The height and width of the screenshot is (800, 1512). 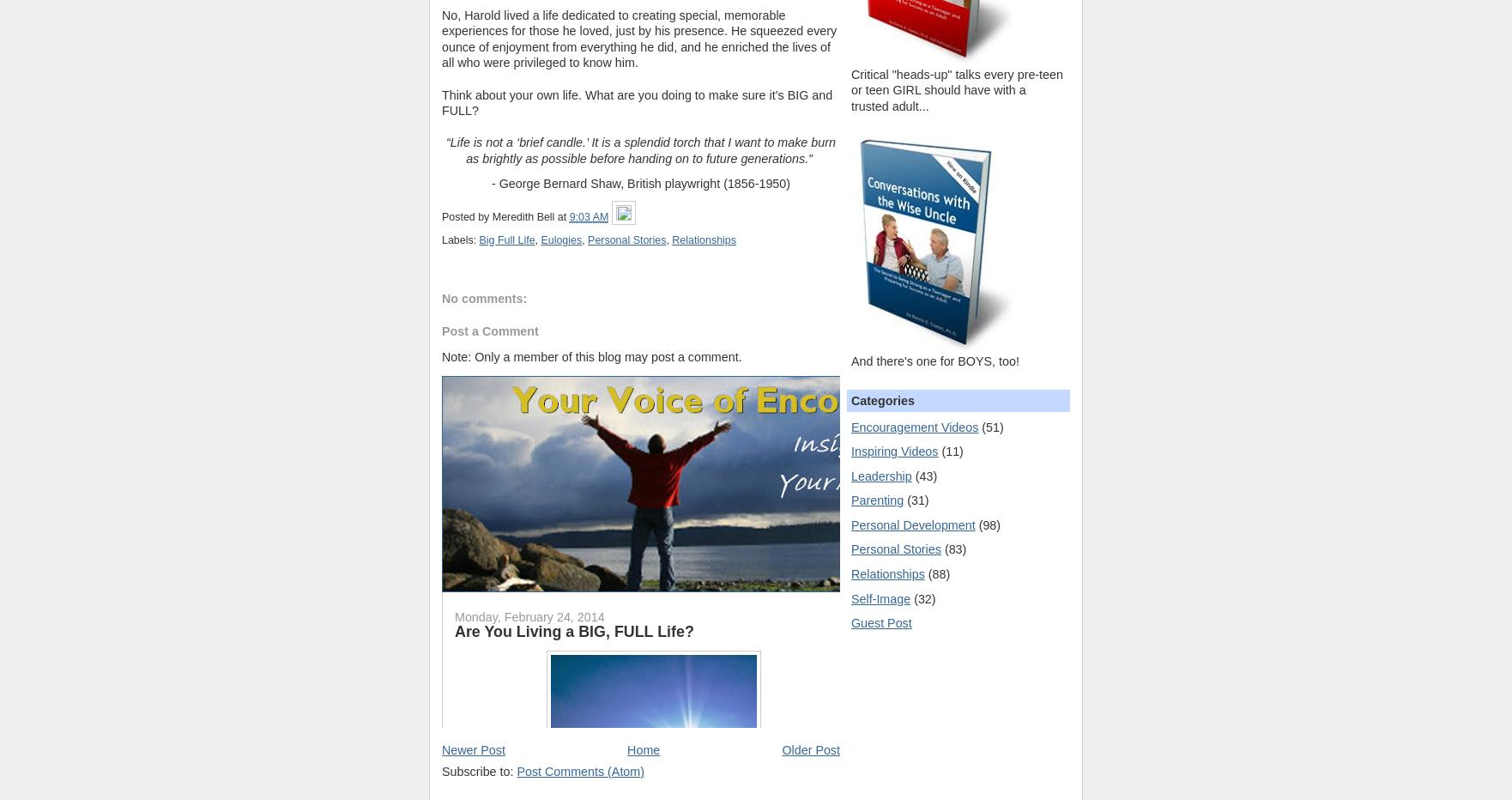 What do you see at coordinates (915, 475) in the screenshot?
I see `'(43)'` at bounding box center [915, 475].